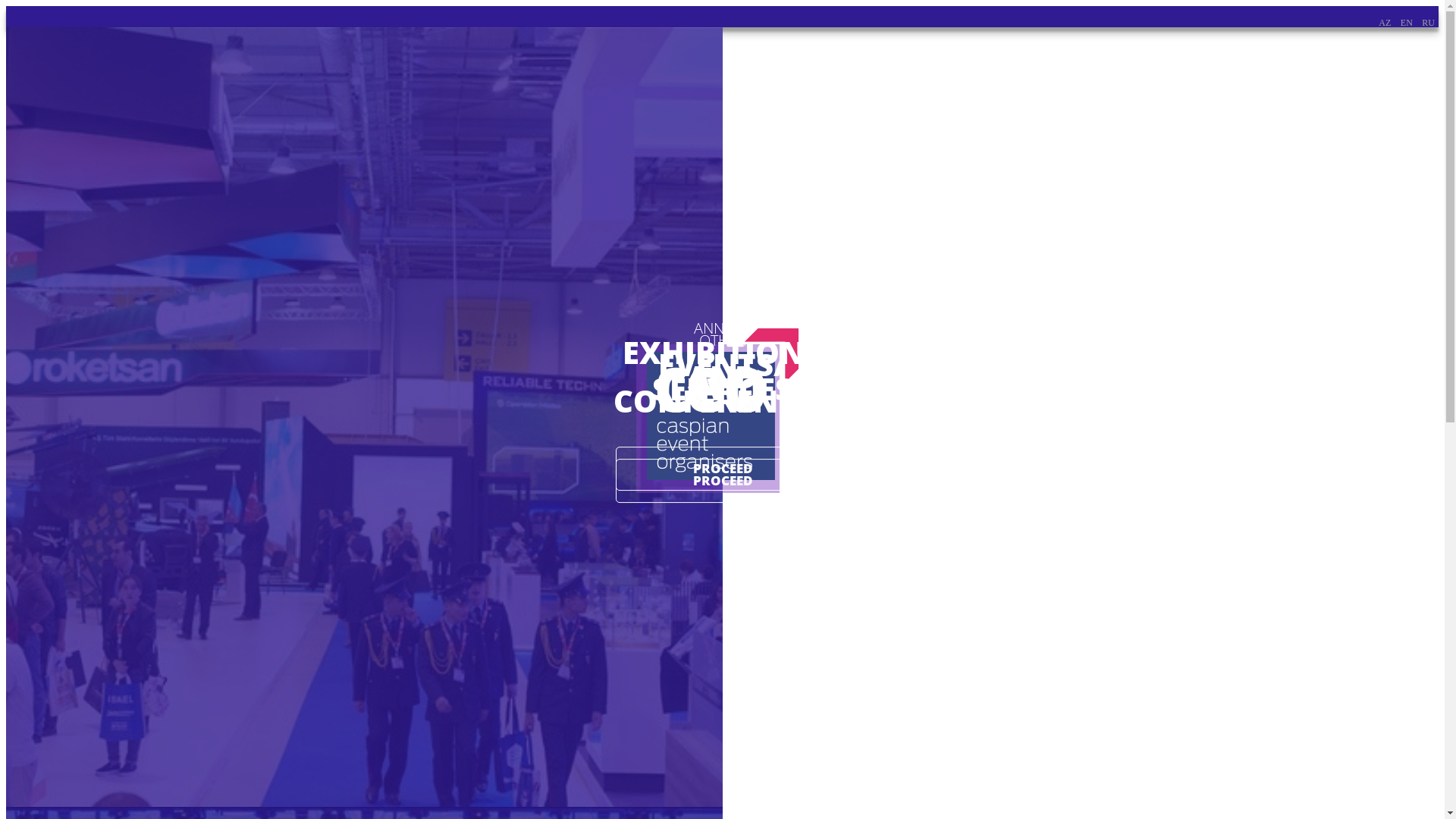  What do you see at coordinates (1427, 23) in the screenshot?
I see `'RU'` at bounding box center [1427, 23].